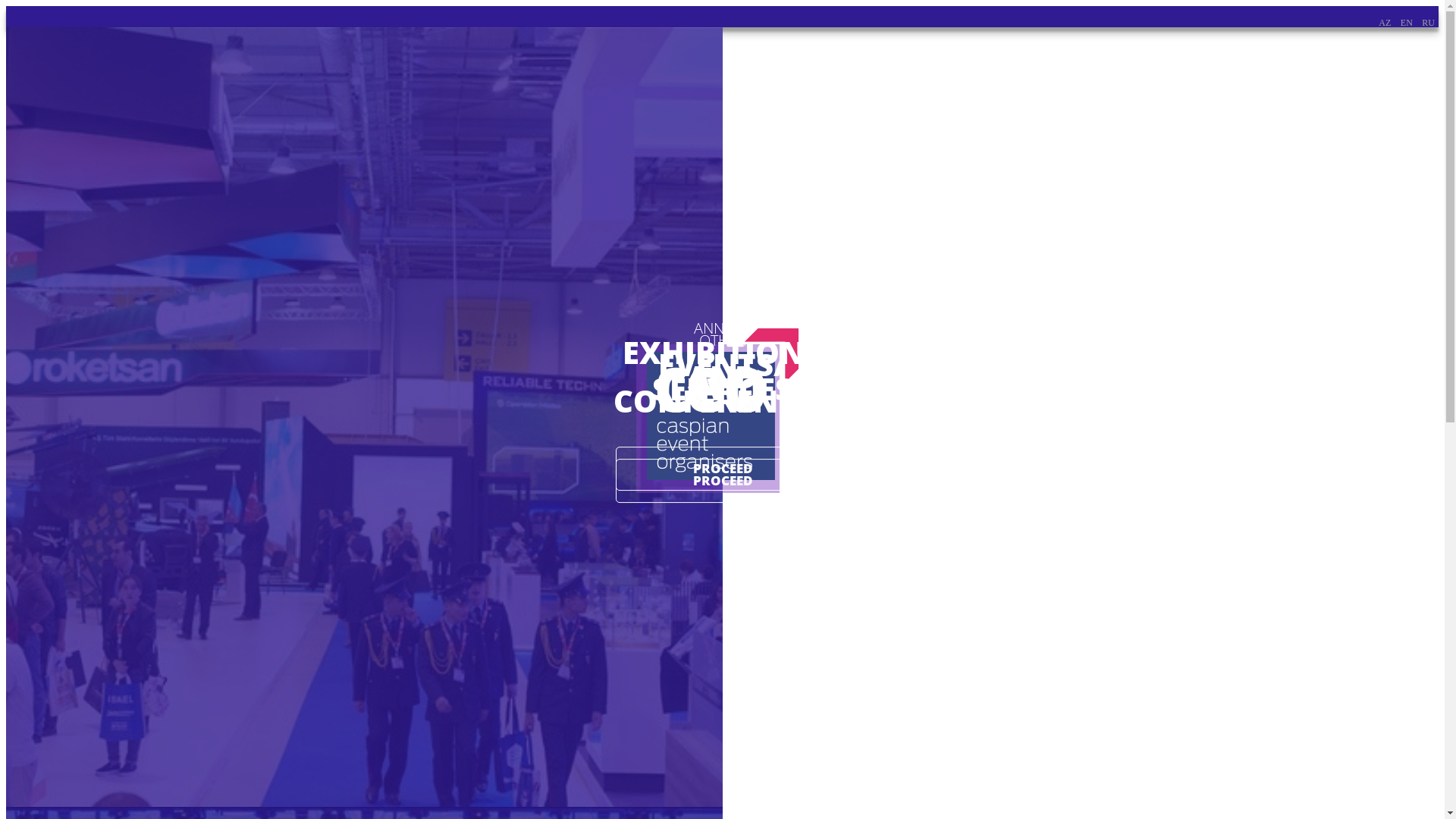  What do you see at coordinates (1427, 23) in the screenshot?
I see `'RU'` at bounding box center [1427, 23].